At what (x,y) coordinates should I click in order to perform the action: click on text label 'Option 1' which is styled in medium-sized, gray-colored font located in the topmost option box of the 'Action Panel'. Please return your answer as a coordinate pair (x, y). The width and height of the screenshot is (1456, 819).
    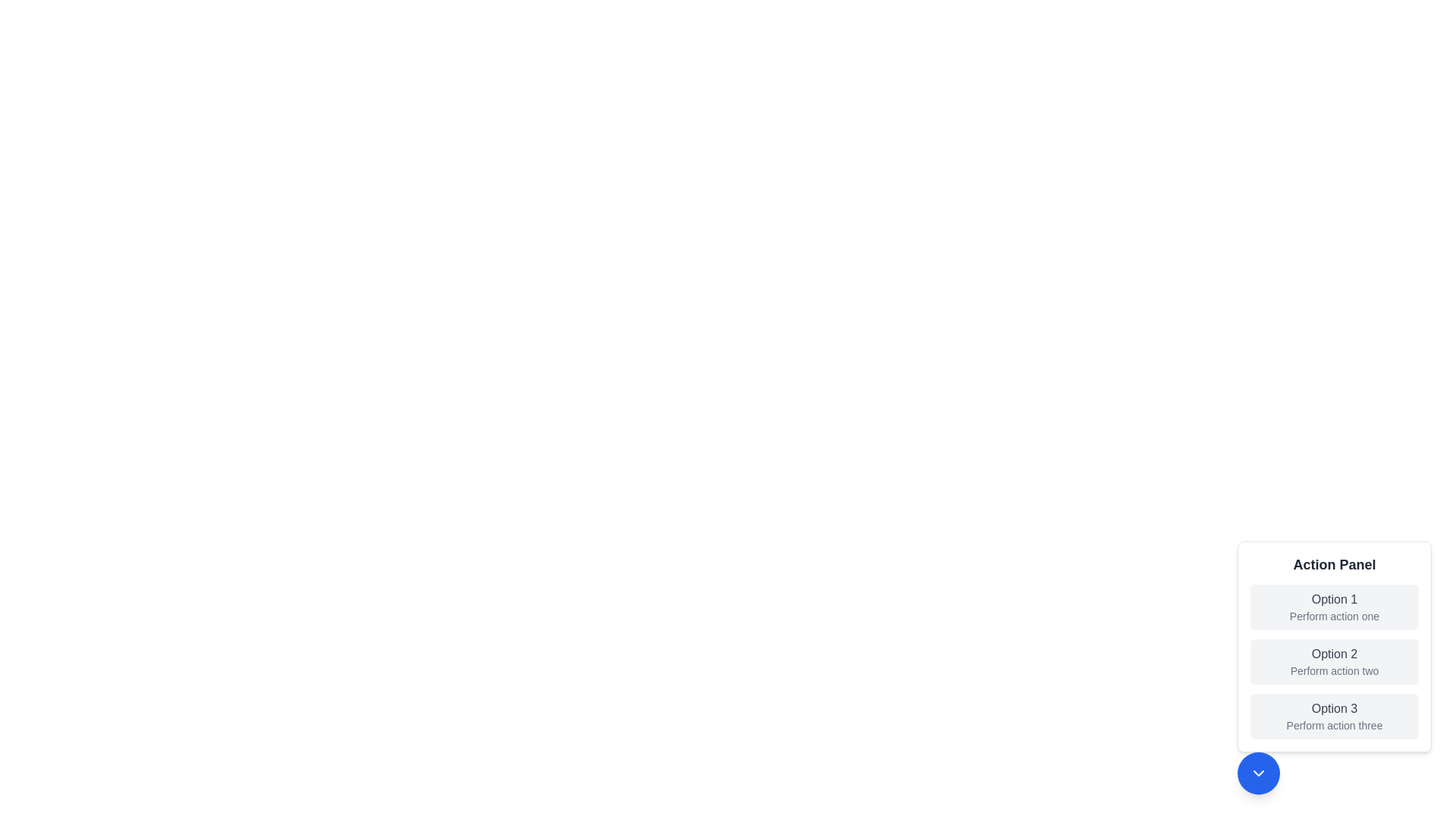
    Looking at the image, I should click on (1335, 598).